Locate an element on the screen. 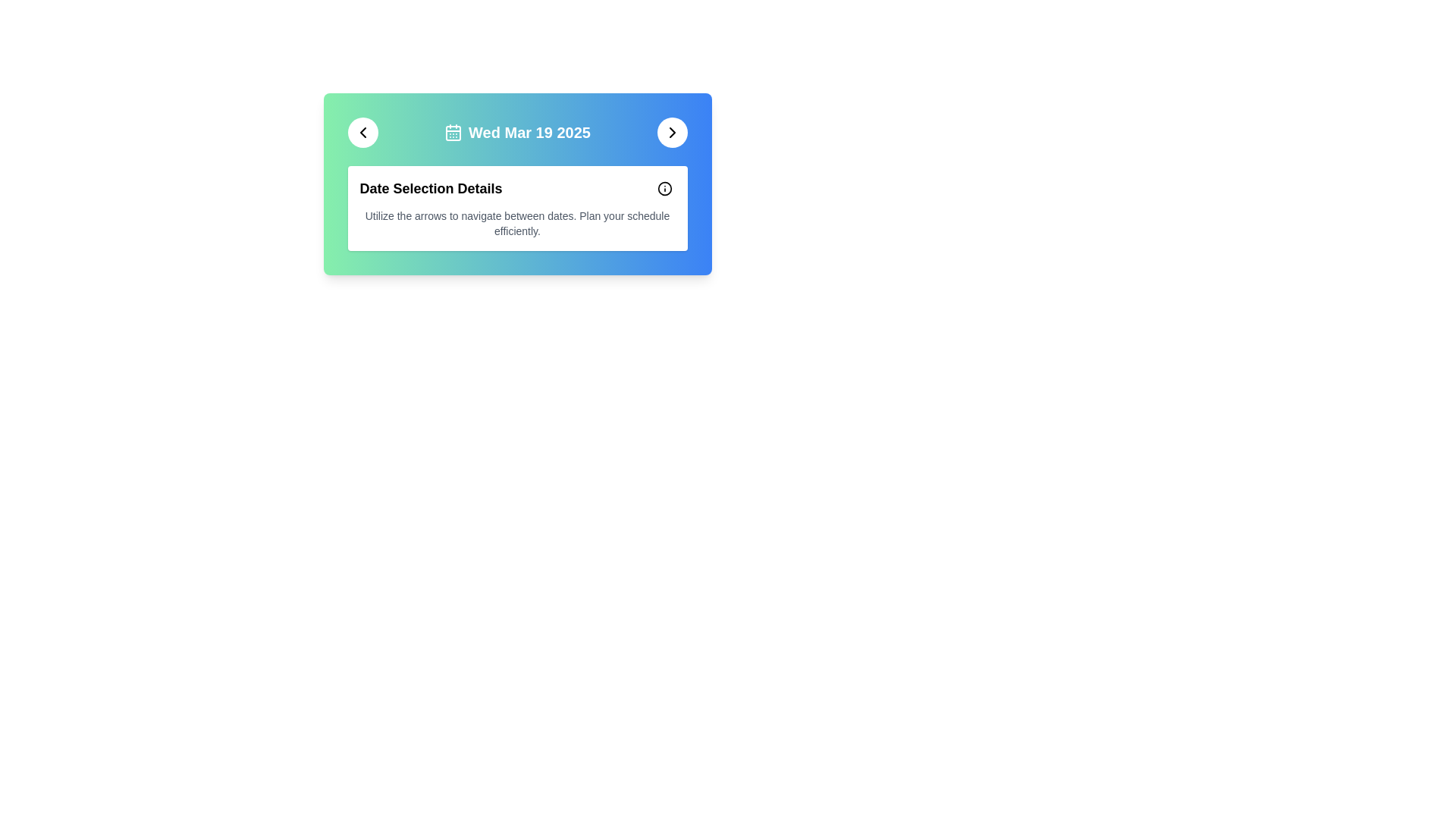  the date indicator displaying 'Wed Mar 19 2025' which is part of the header section styled with a gradient background and positioned between two navigation buttons is located at coordinates (517, 131).